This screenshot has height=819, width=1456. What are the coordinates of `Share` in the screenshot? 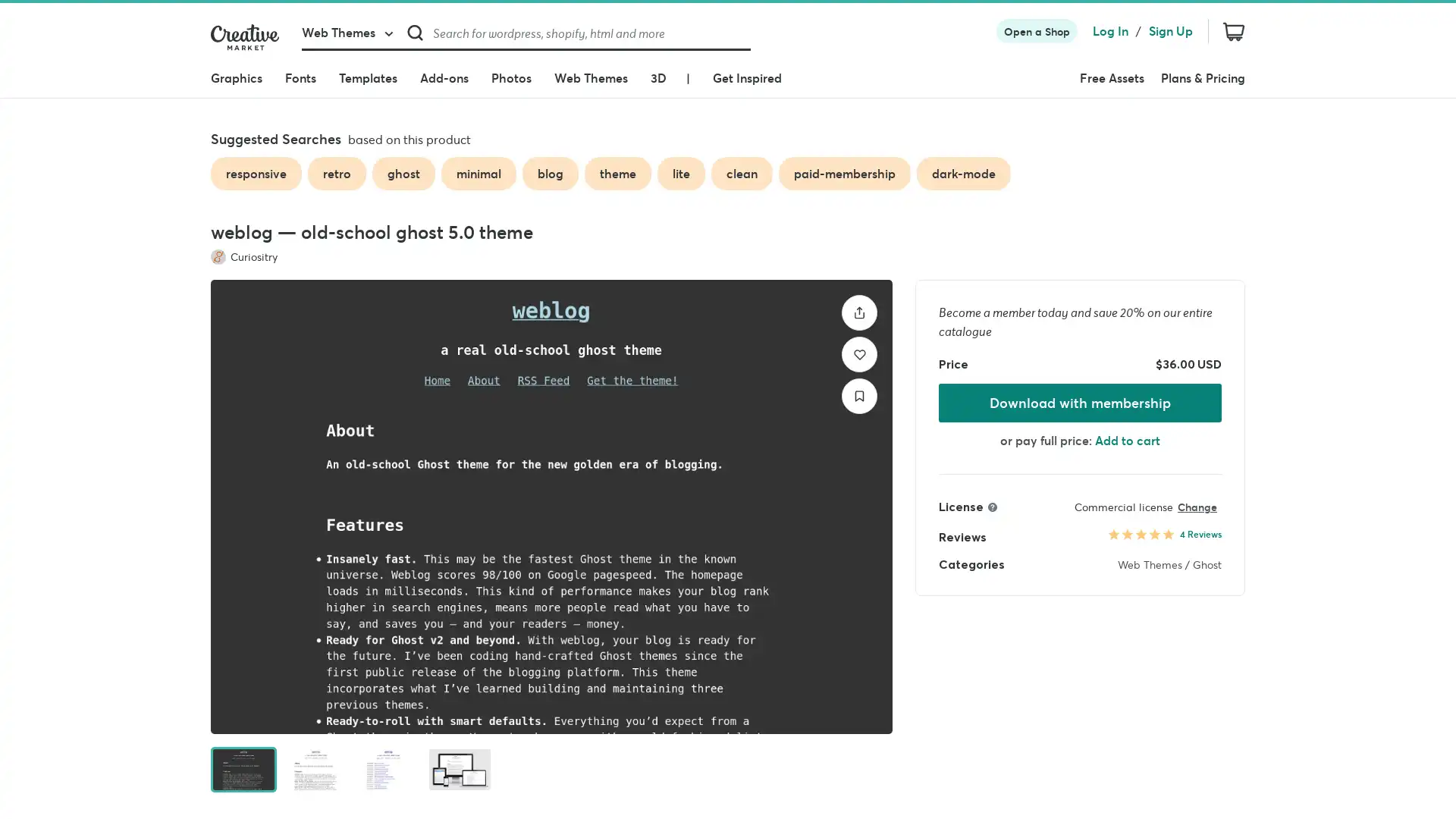 It's located at (859, 311).